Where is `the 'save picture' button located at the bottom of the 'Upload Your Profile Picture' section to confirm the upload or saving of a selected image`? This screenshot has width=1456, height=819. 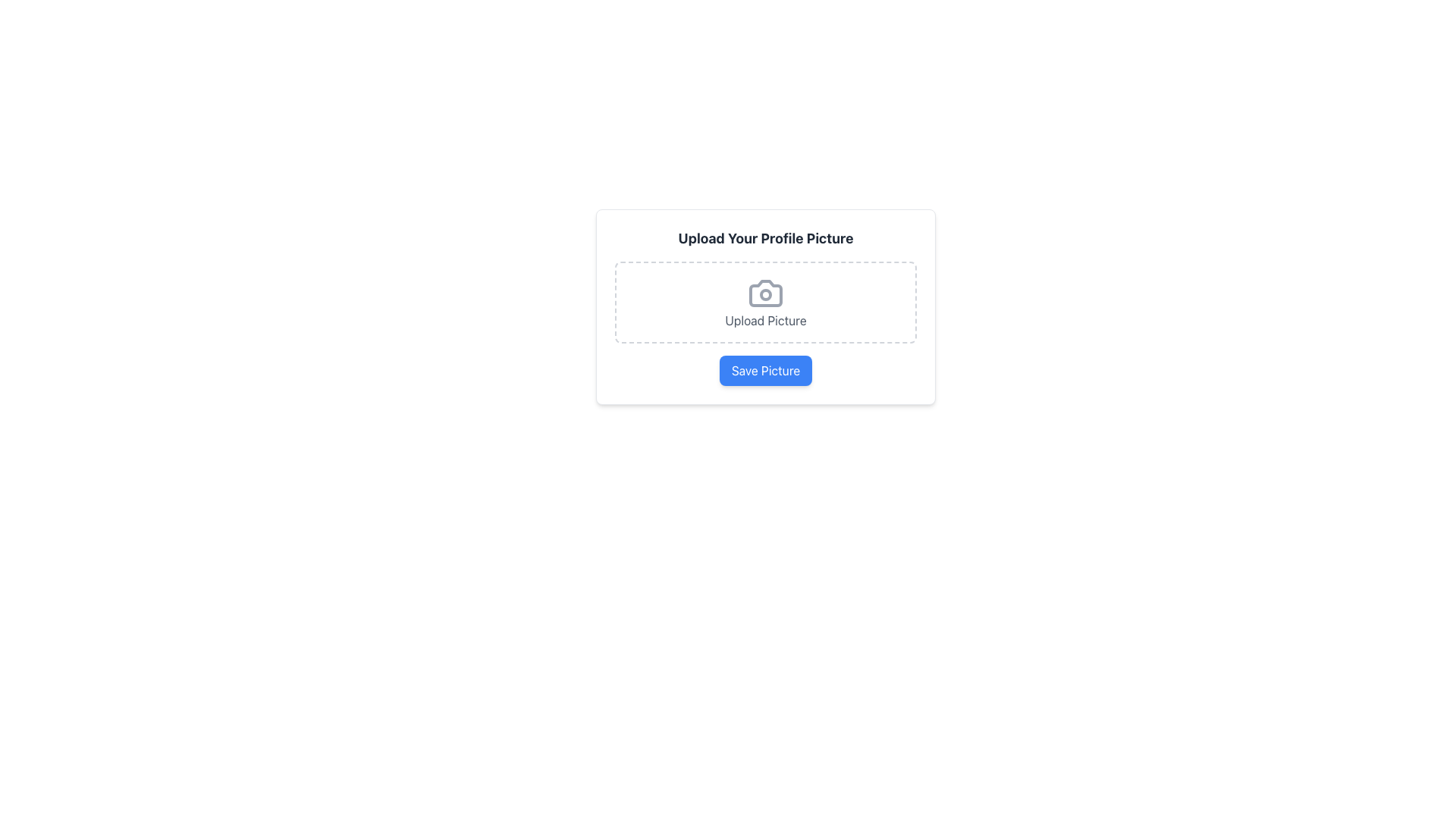 the 'save picture' button located at the bottom of the 'Upload Your Profile Picture' section to confirm the upload or saving of a selected image is located at coordinates (765, 371).